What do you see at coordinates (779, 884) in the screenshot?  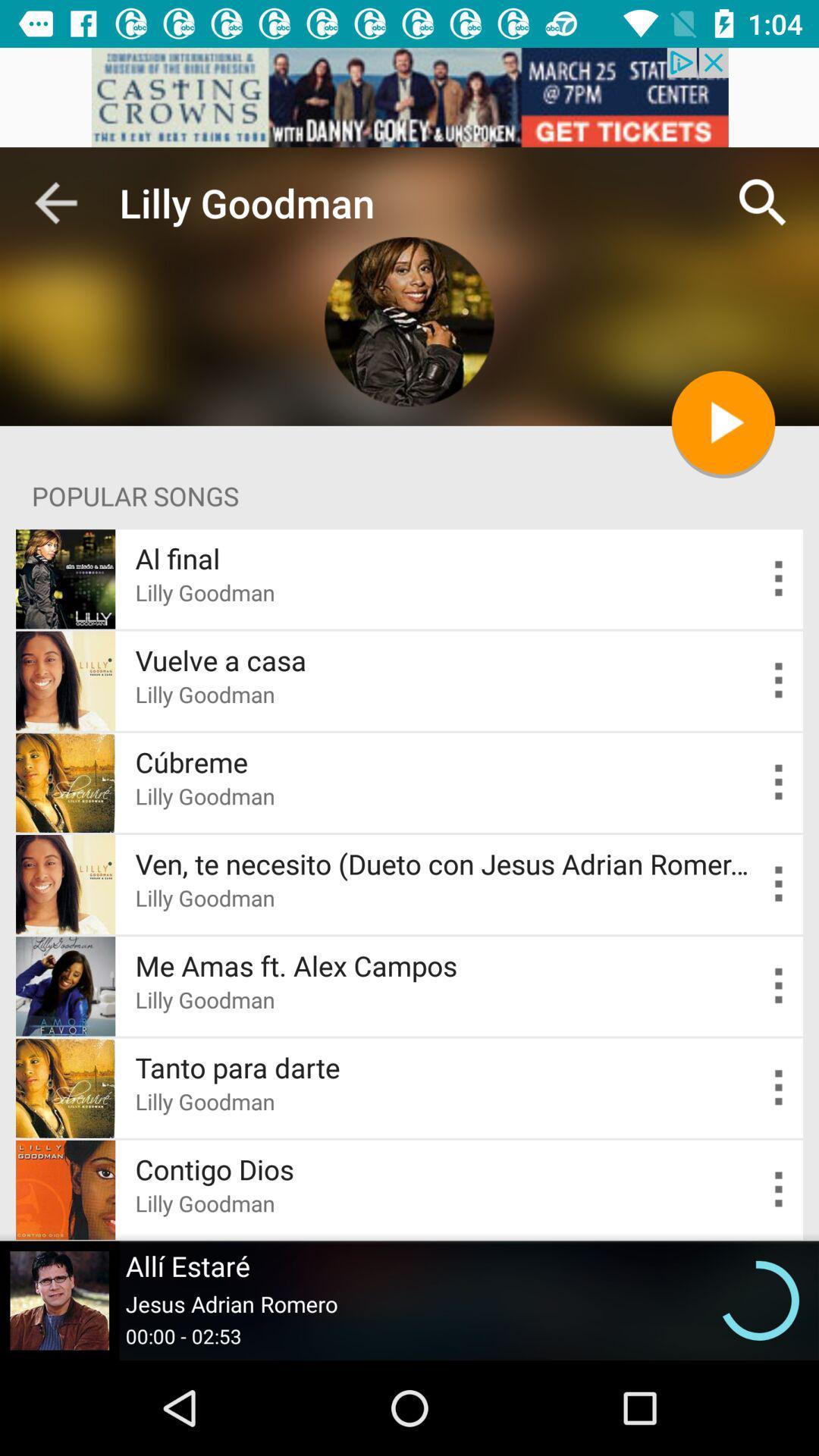 I see `the more icon` at bounding box center [779, 884].